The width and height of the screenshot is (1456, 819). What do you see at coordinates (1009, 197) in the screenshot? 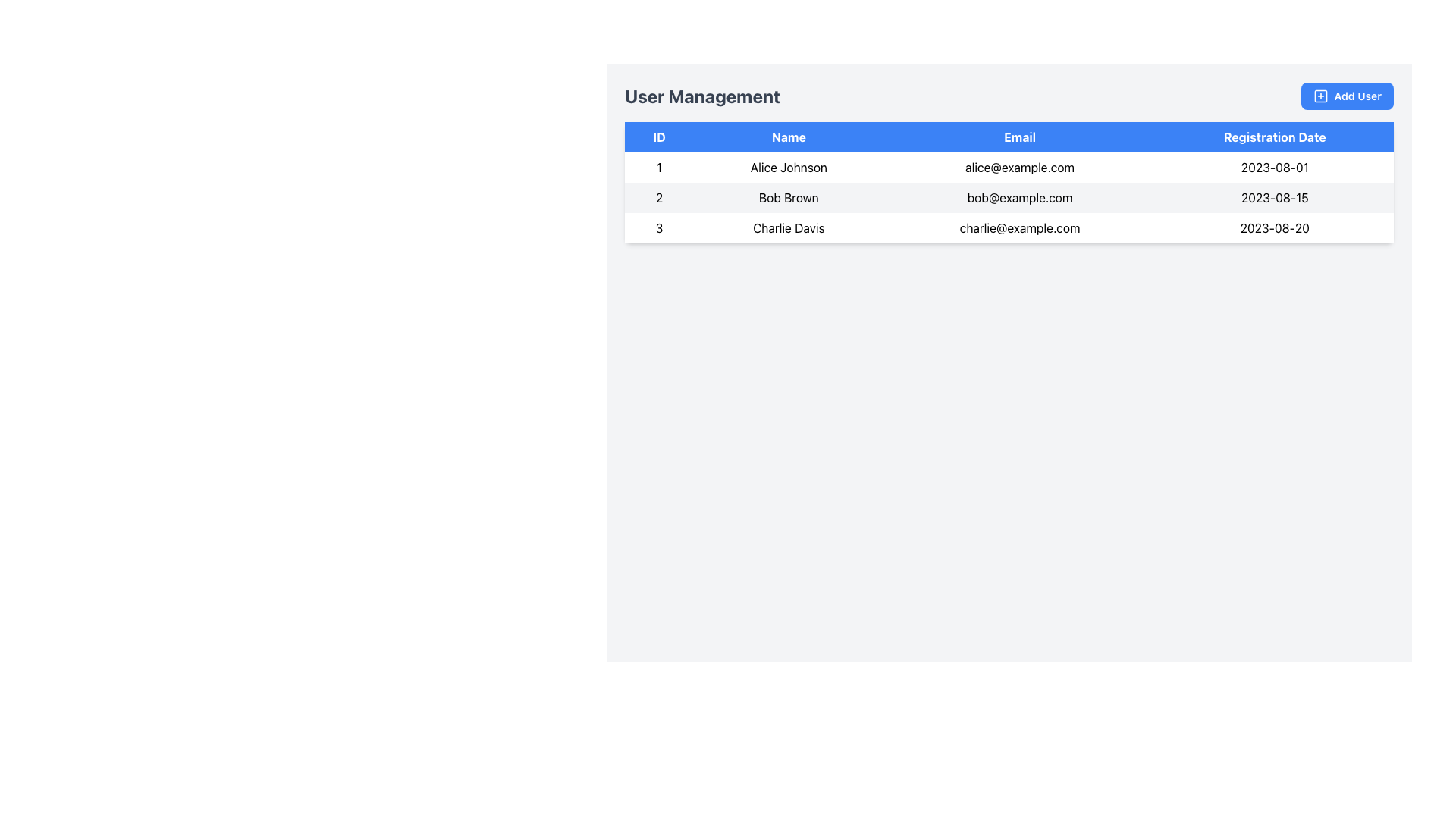
I see `the second row of the 'User Management' table, which displays details for user 'Bob Brown', including ID ('2'), Email ('bob@example.com'), and Registration Date ('2023-08-15')` at bounding box center [1009, 197].